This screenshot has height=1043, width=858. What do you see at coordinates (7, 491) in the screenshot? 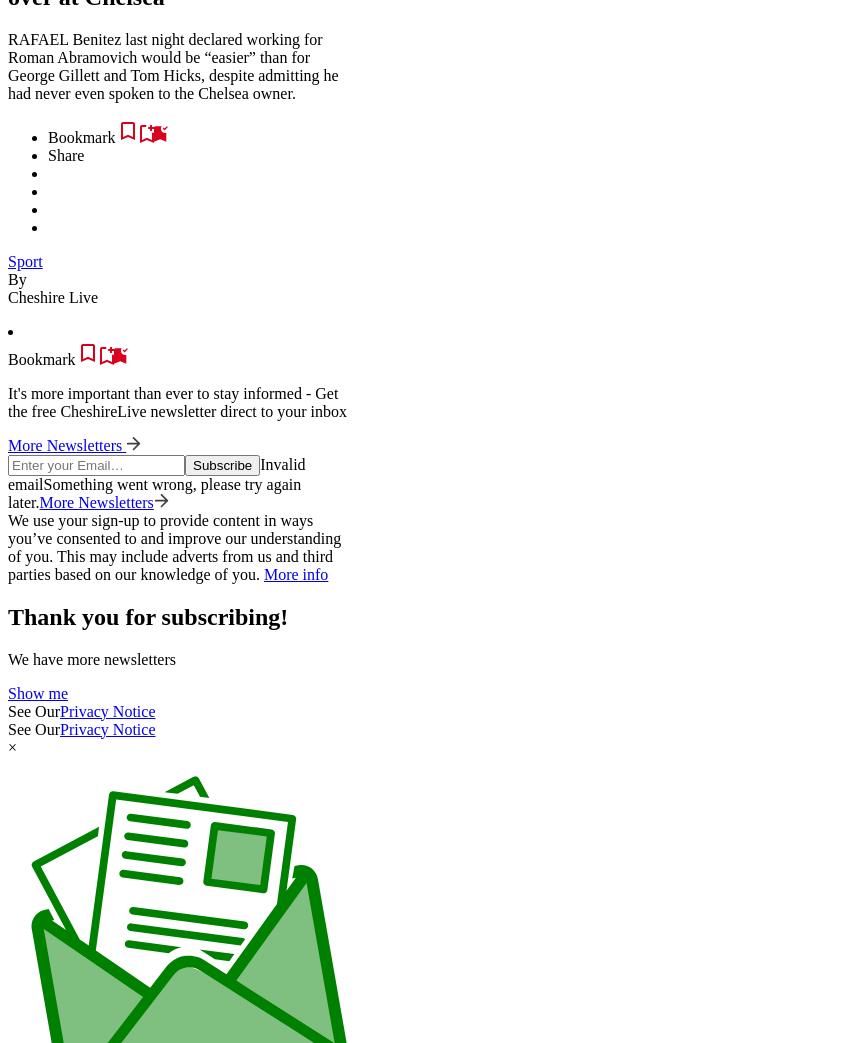
I see `'Something went wrong, please try again later.'` at bounding box center [7, 491].